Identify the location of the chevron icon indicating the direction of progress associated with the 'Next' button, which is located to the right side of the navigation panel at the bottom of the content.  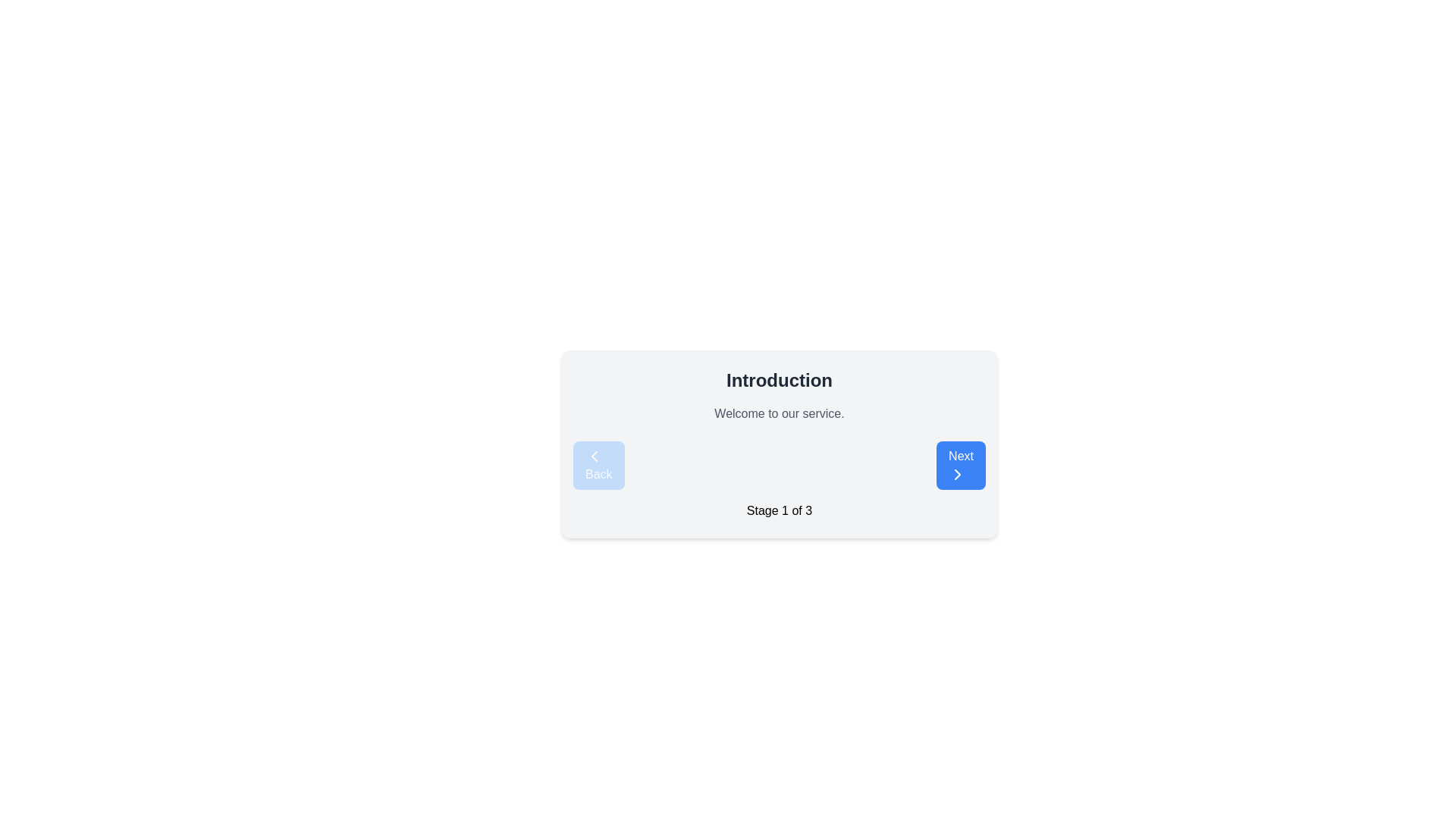
(957, 473).